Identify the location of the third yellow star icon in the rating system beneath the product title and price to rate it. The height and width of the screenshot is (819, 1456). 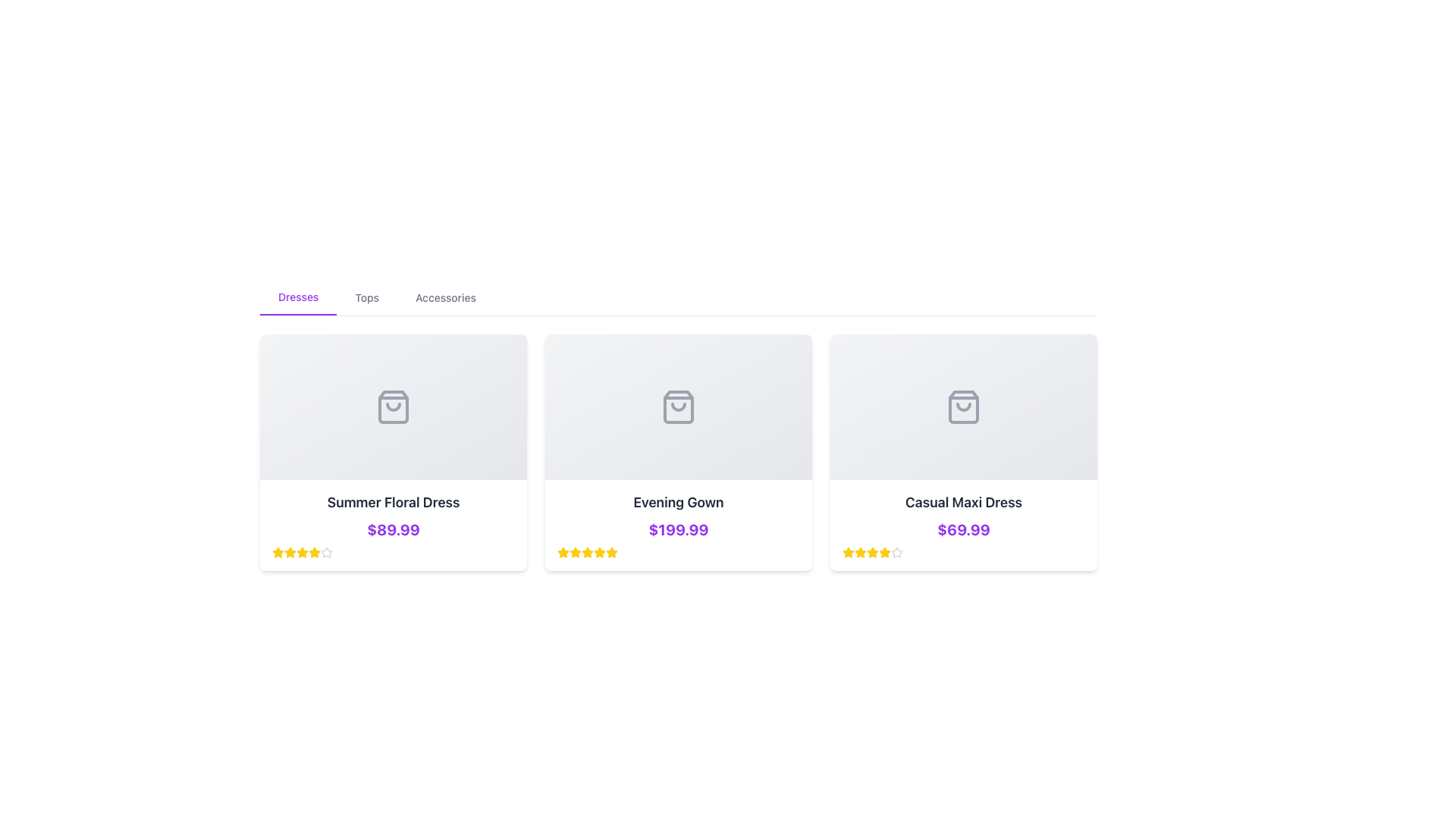
(290, 553).